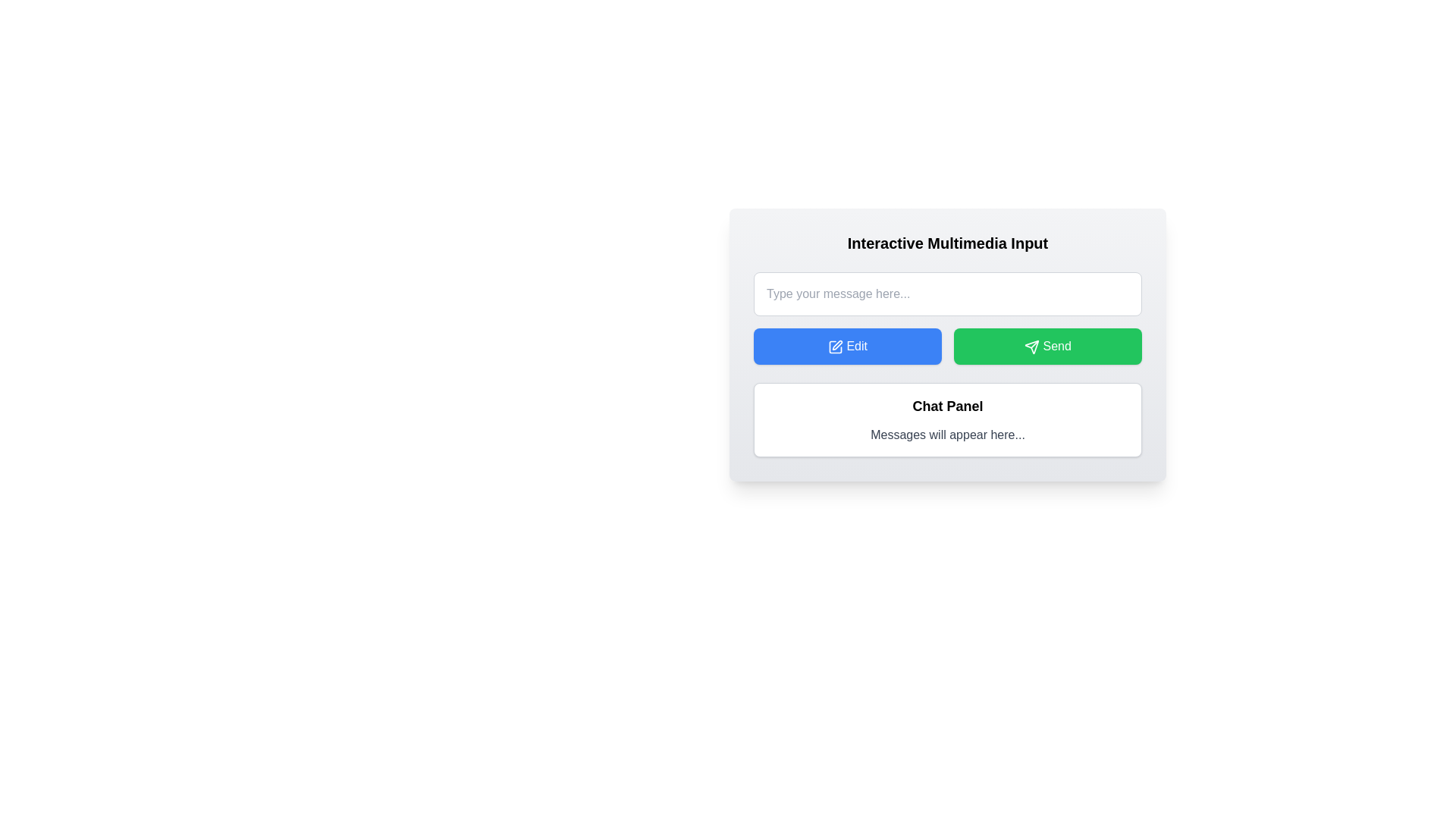 The width and height of the screenshot is (1456, 819). Describe the element at coordinates (946, 242) in the screenshot. I see `text displayed in the heading that says 'Interactive Multimedia Input', which is a bold, centered text styled as a header` at that location.